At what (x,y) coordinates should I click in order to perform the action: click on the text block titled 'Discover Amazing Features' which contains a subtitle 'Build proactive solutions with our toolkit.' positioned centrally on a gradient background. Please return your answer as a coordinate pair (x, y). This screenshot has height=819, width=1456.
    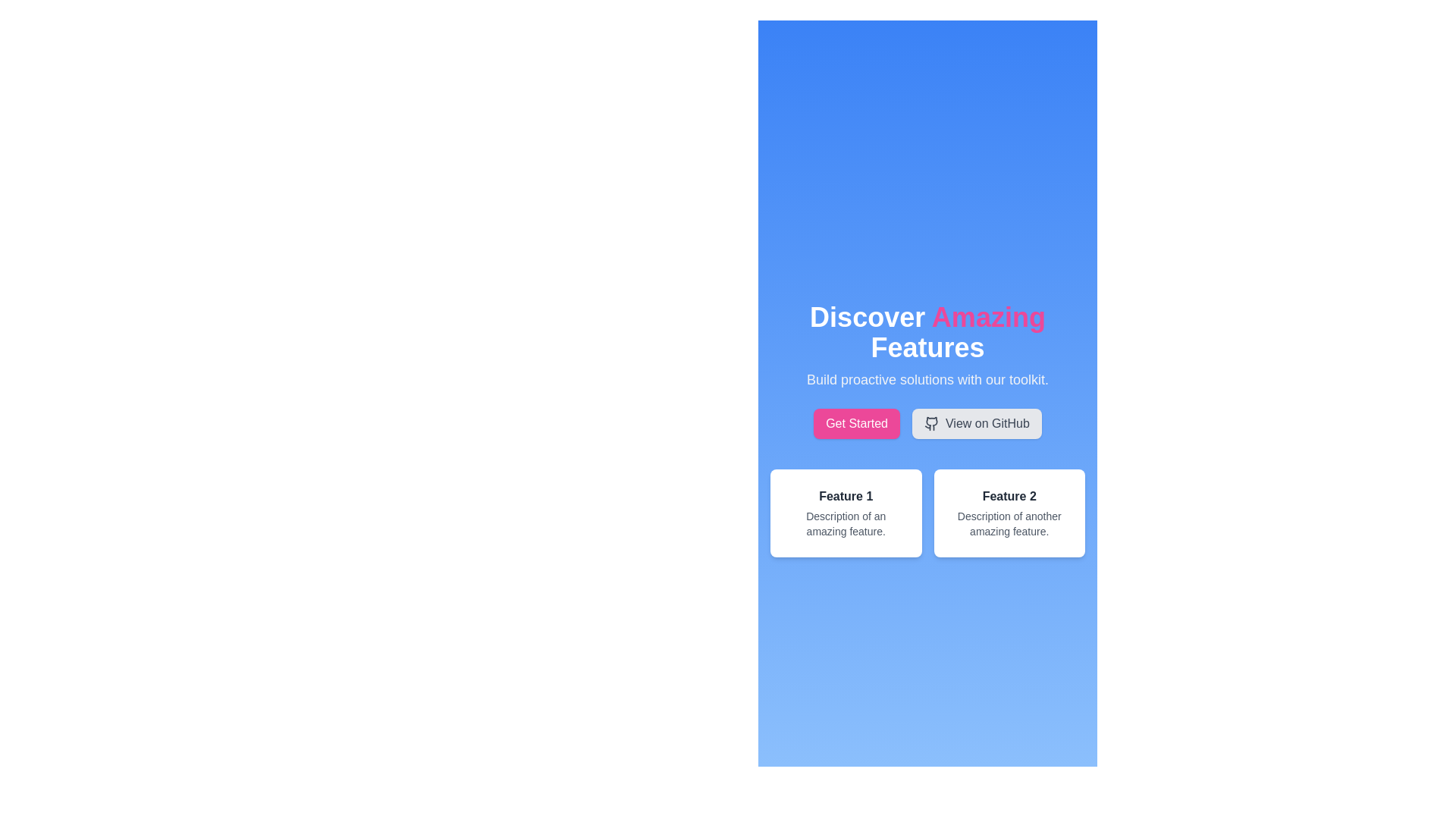
    Looking at the image, I should click on (927, 346).